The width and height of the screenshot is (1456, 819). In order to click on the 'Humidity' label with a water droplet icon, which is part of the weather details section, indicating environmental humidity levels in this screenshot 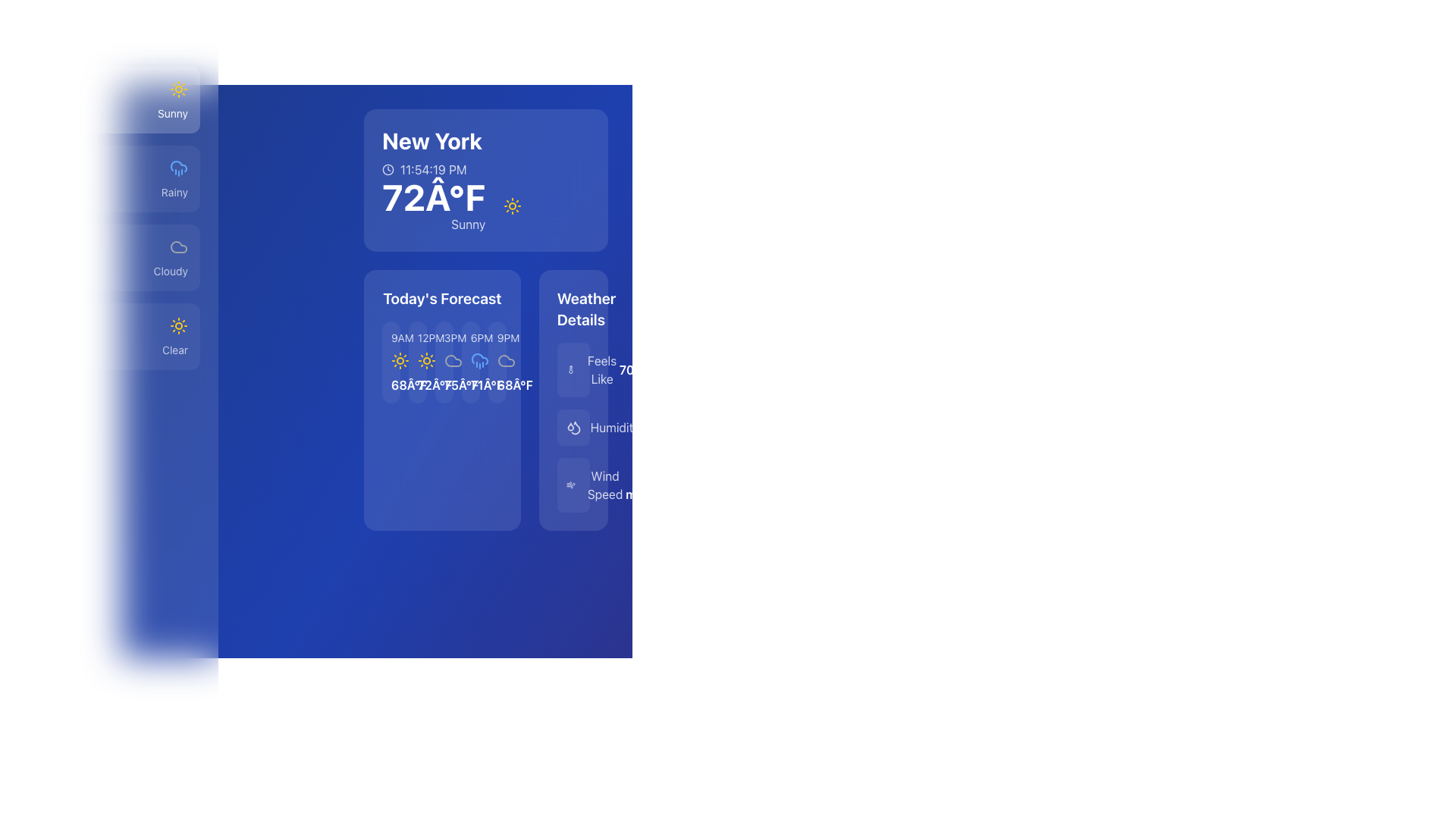, I will do `click(602, 427)`.